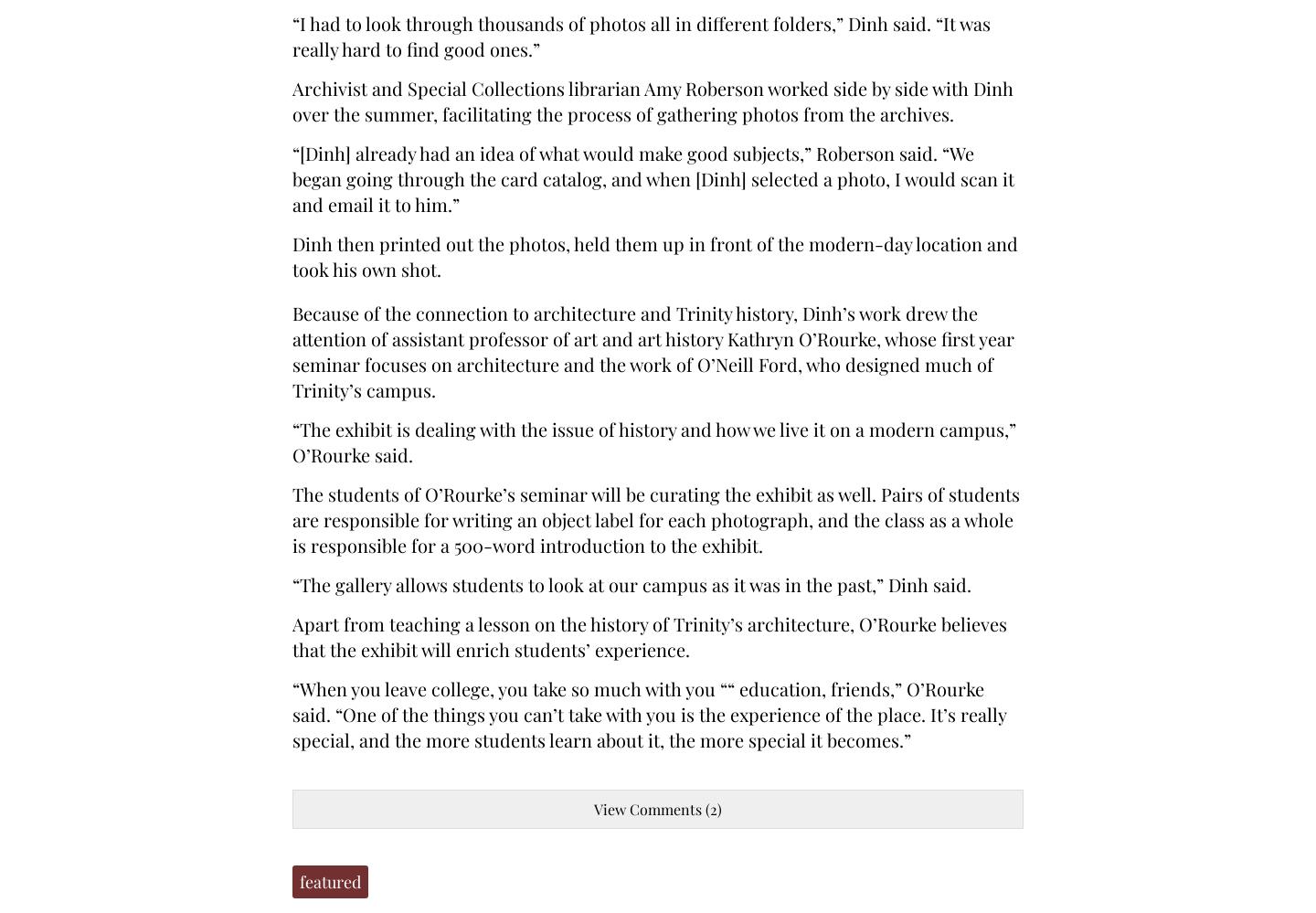 The width and height of the screenshot is (1316, 913). Describe the element at coordinates (329, 881) in the screenshot. I see `'featured'` at that location.